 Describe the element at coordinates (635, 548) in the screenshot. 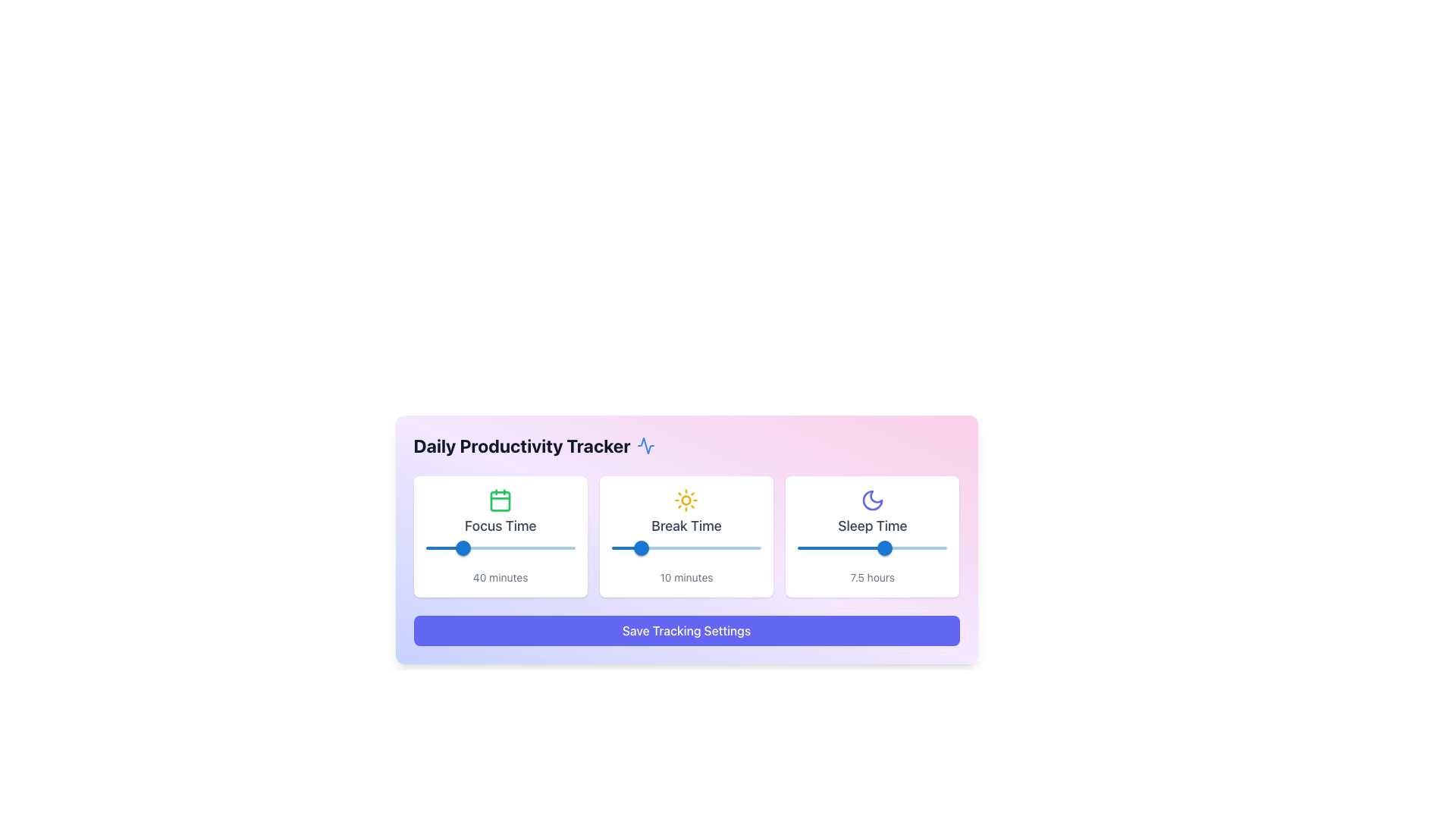

I see `break time` at that location.